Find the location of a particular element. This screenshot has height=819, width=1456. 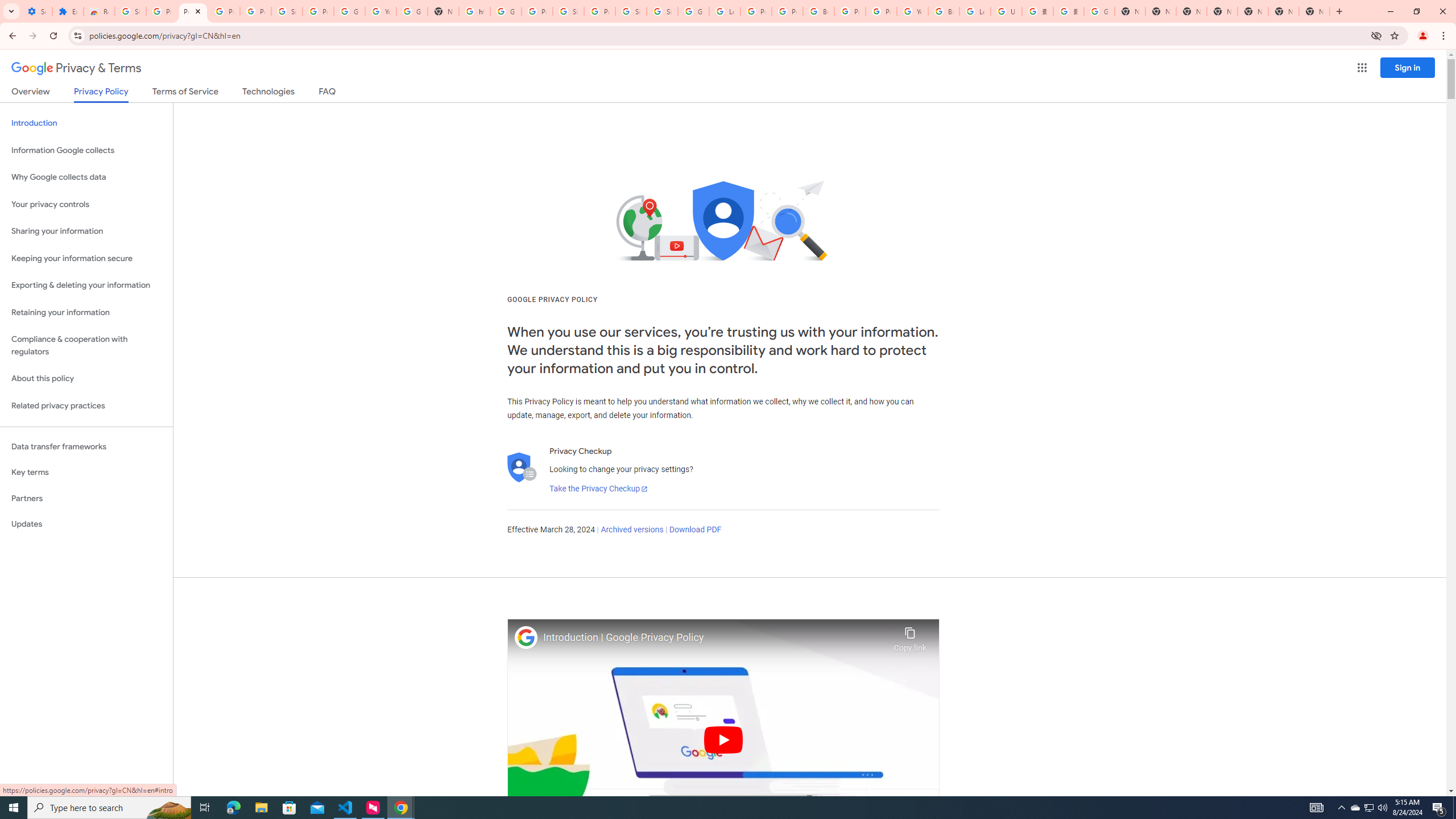

'Technologies' is located at coordinates (268, 93).